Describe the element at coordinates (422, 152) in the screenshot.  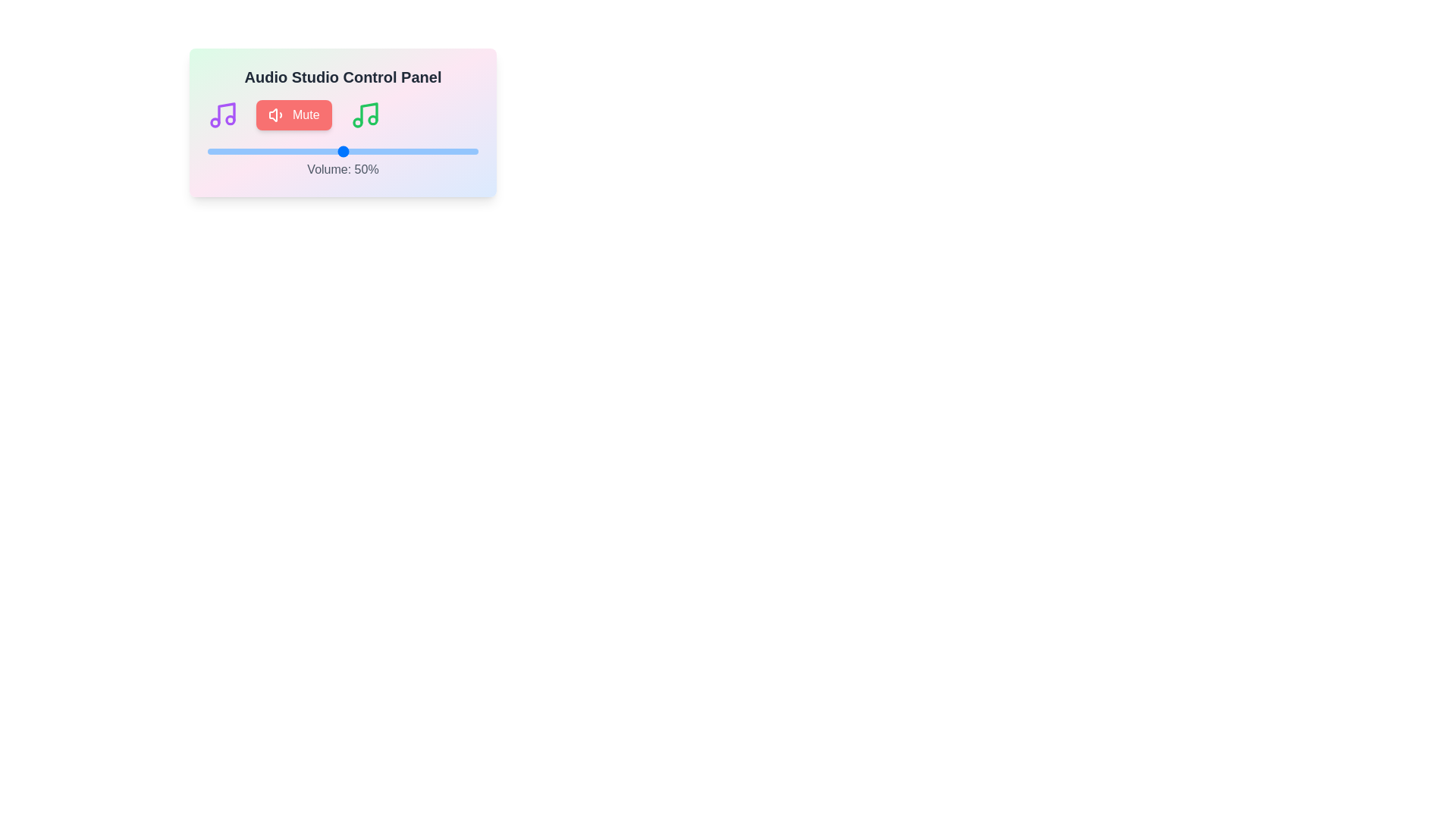
I see `the volume slider to set the volume to 79%` at that location.